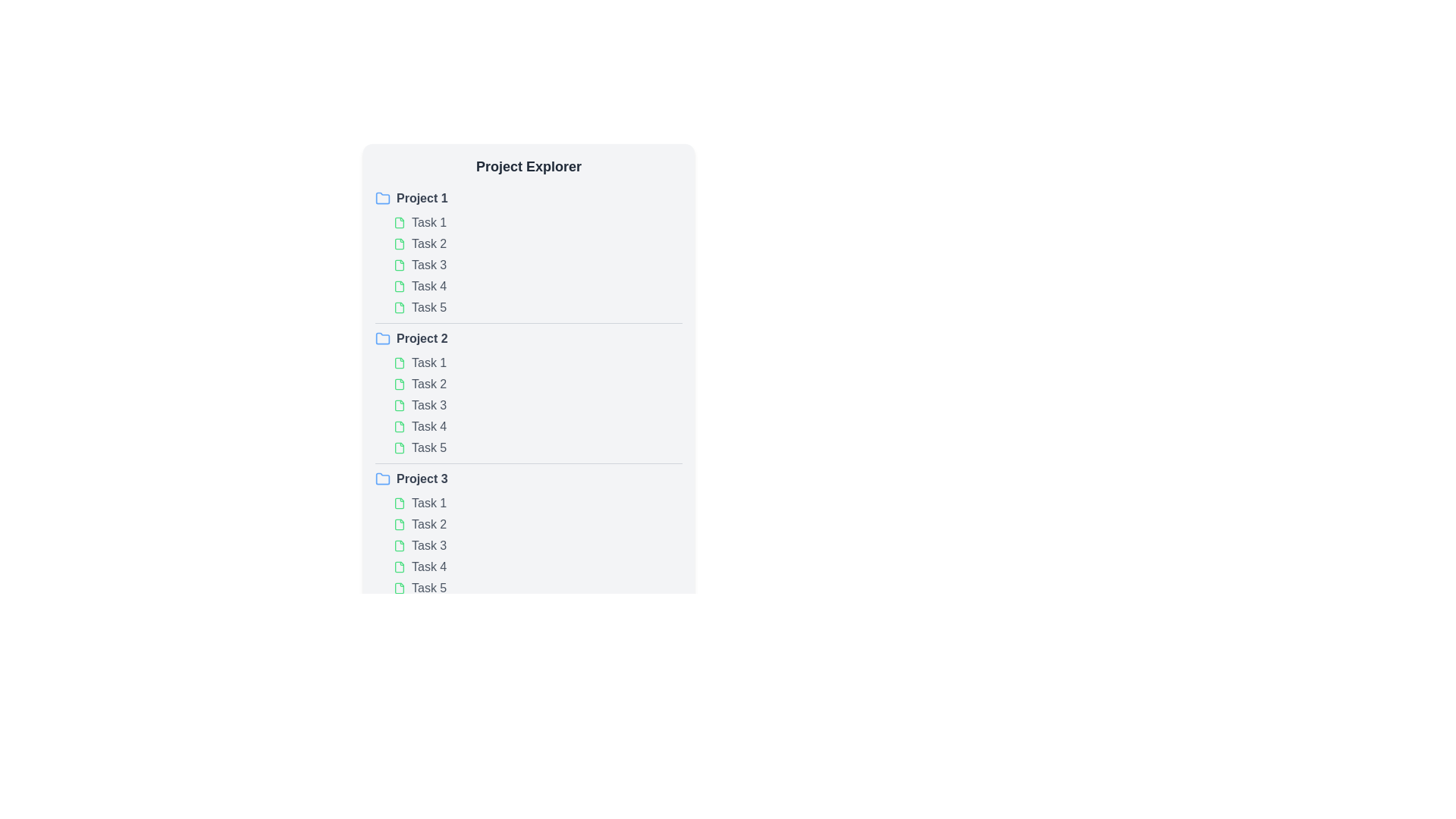  What do you see at coordinates (382, 338) in the screenshot?
I see `the small blue folder icon representing the Project 2 item` at bounding box center [382, 338].